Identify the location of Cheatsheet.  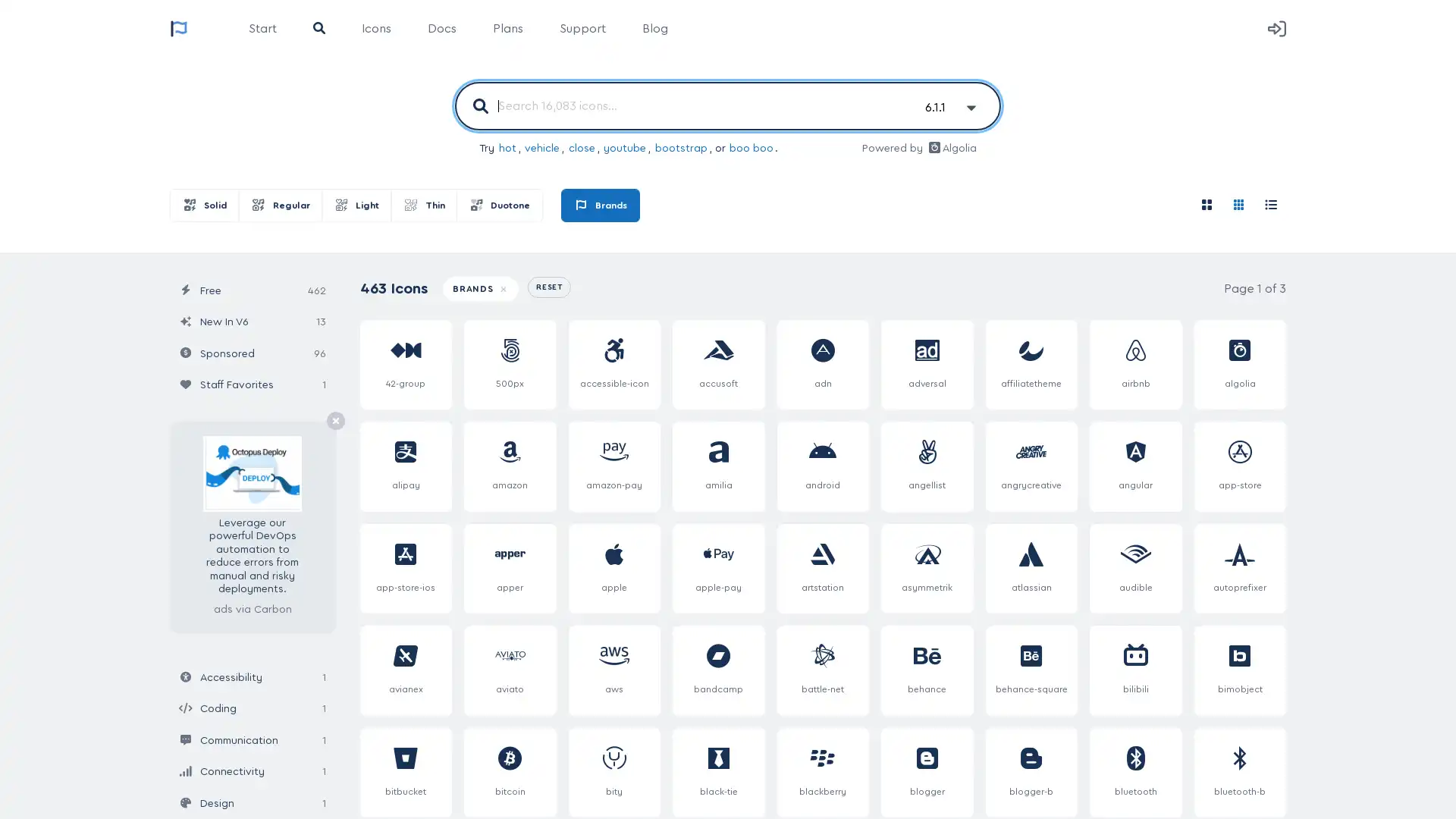
(1266, 210).